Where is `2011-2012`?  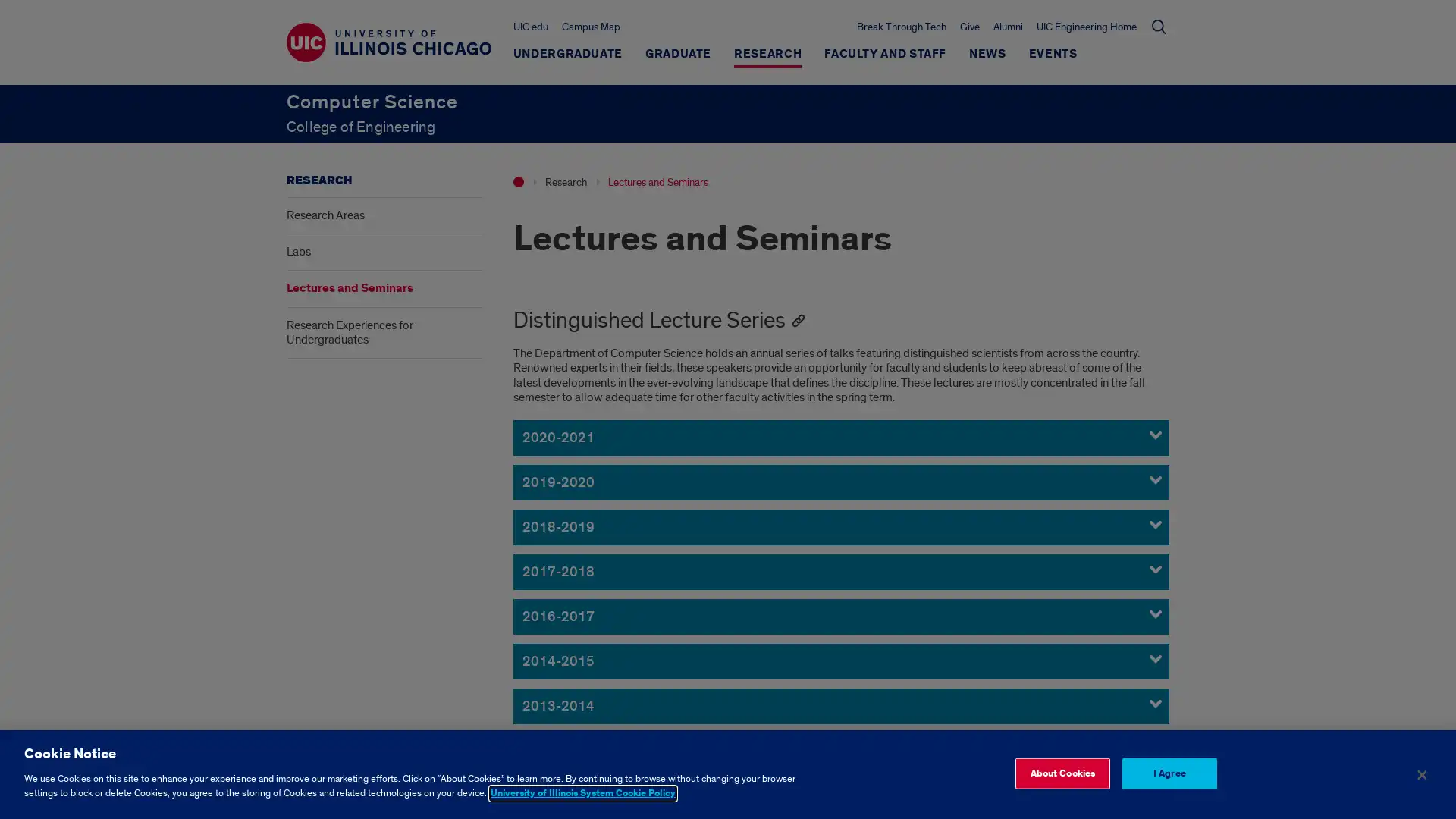
2011-2012 is located at coordinates (839, 794).